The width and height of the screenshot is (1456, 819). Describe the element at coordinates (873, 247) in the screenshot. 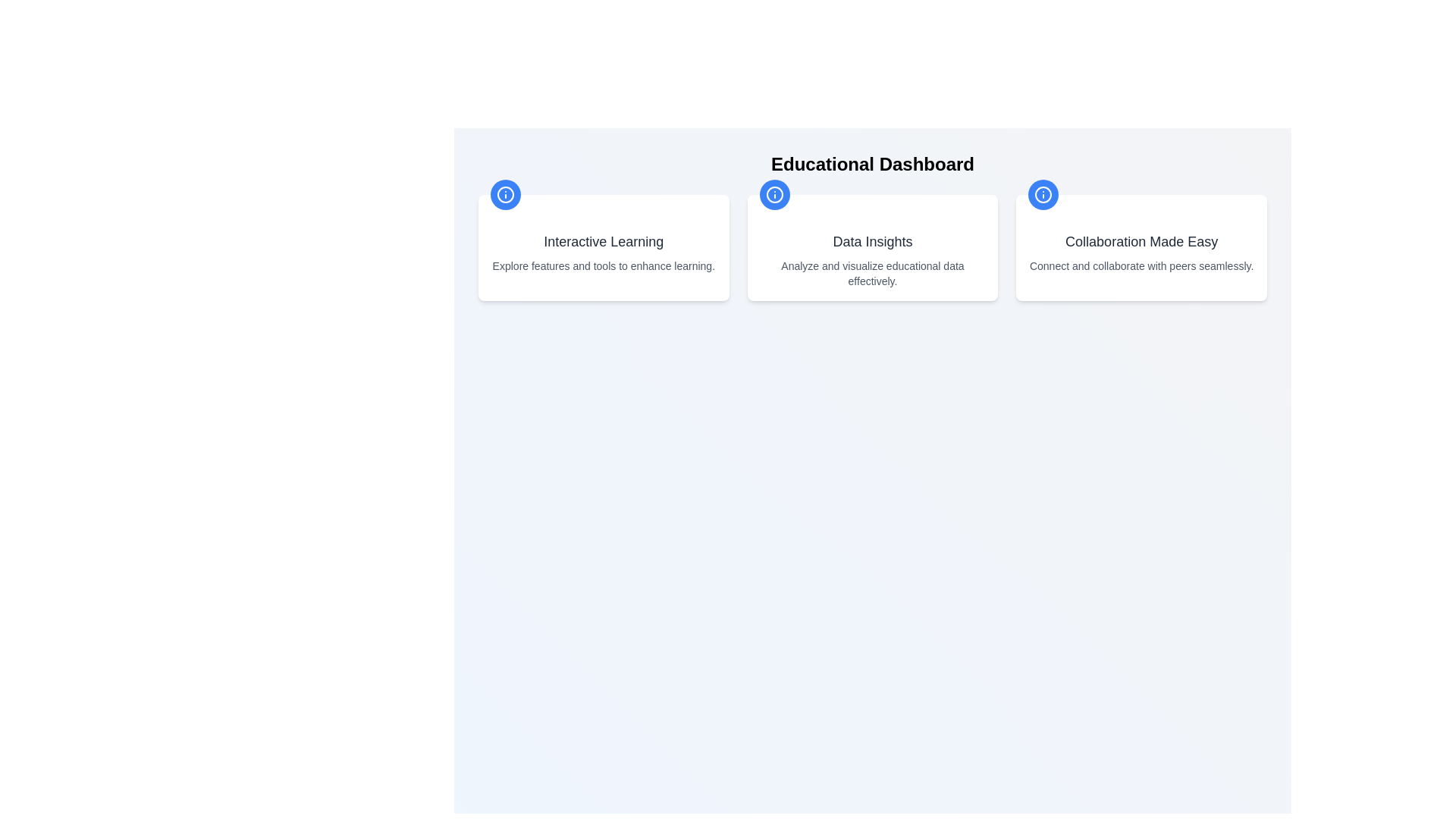

I see `the Informational card titled 'Data Insights' which has a white background and a subtle shadow, located in the second position of a three-column grid layout` at that location.